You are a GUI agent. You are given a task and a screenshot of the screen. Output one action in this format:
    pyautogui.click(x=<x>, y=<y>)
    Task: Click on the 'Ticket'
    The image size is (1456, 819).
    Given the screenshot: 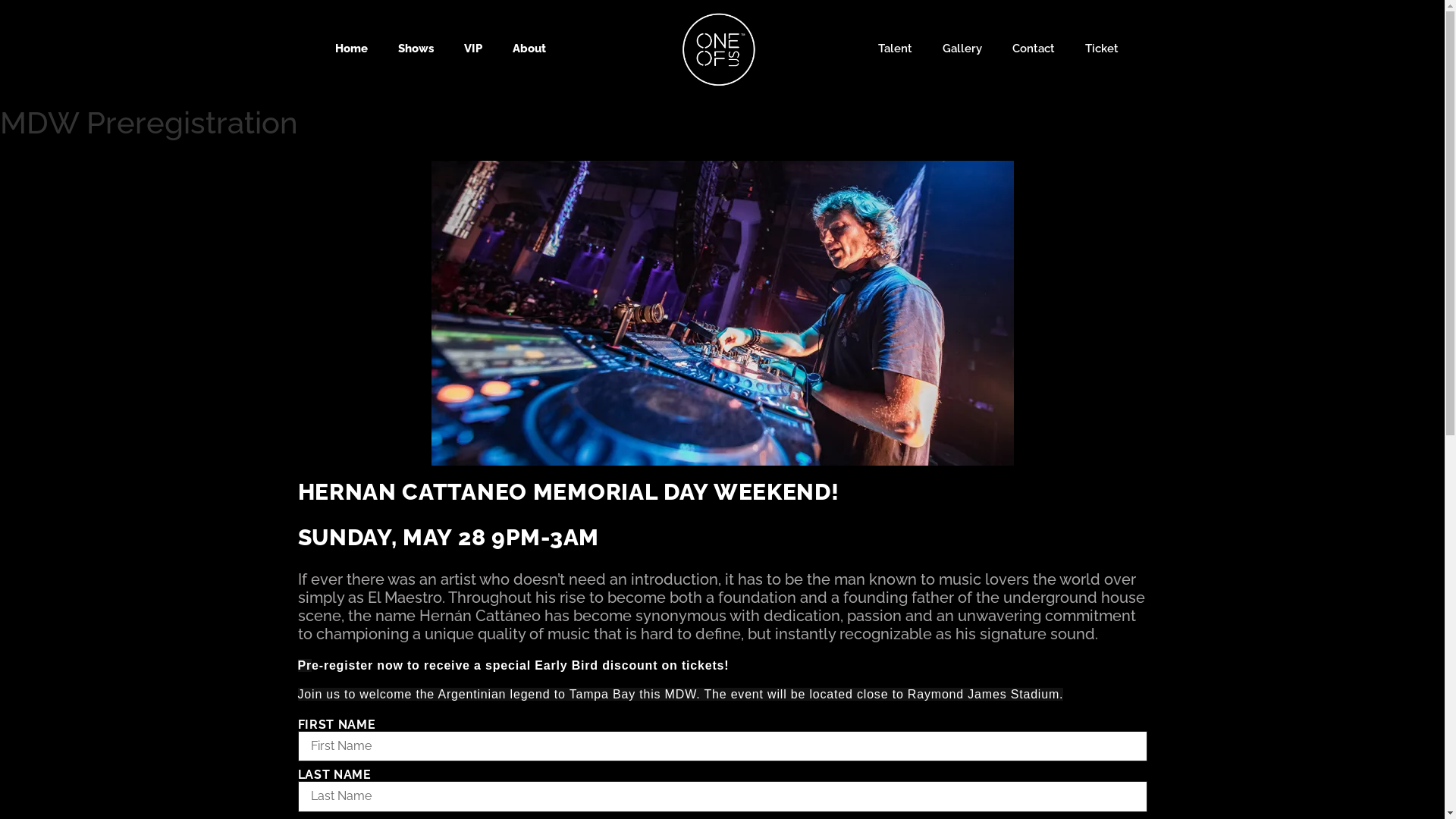 What is the action you would take?
    pyautogui.click(x=1102, y=48)
    